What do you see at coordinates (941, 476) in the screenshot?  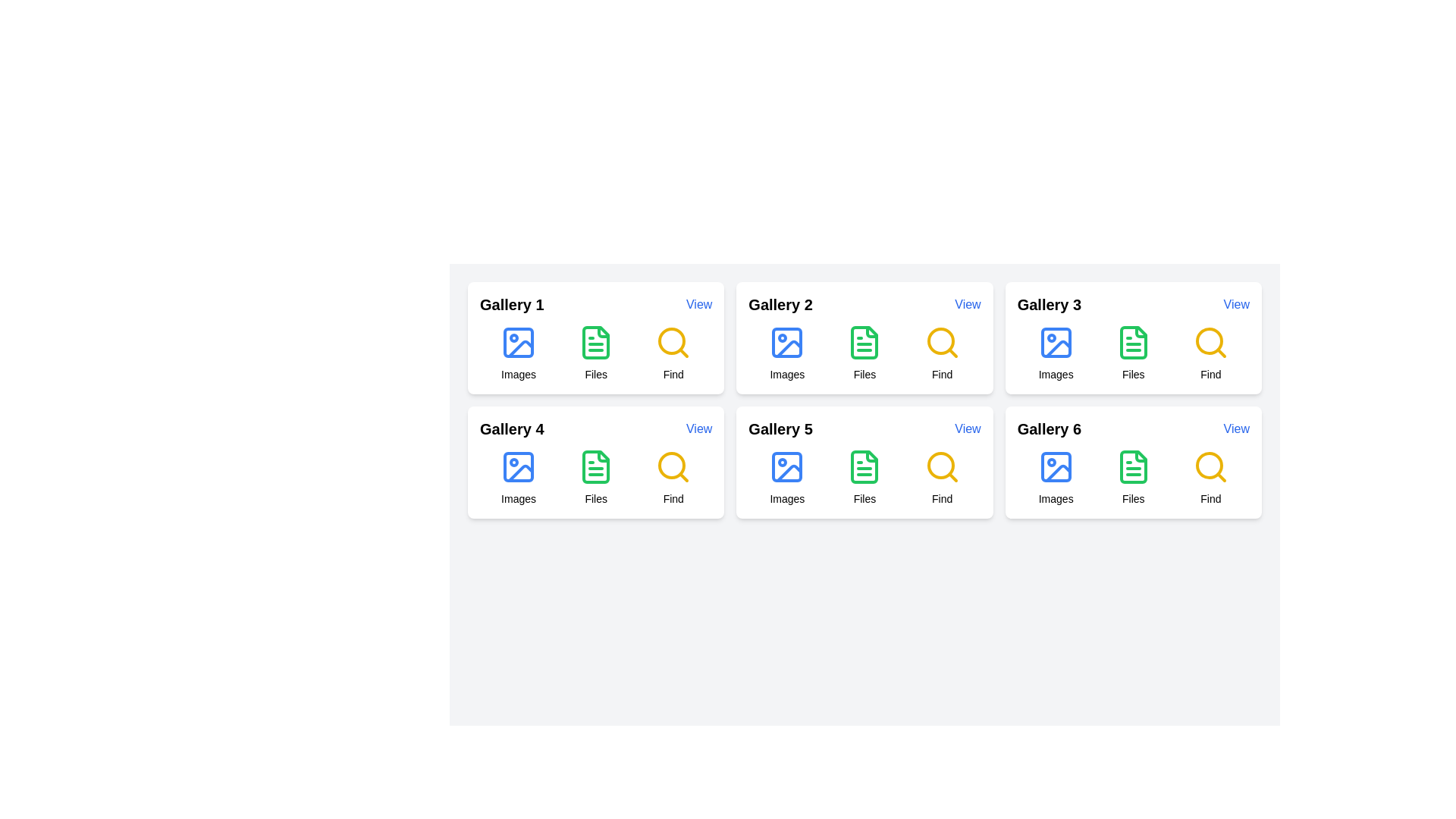 I see `the yellow magnifying glass icon with the text 'Find'` at bounding box center [941, 476].